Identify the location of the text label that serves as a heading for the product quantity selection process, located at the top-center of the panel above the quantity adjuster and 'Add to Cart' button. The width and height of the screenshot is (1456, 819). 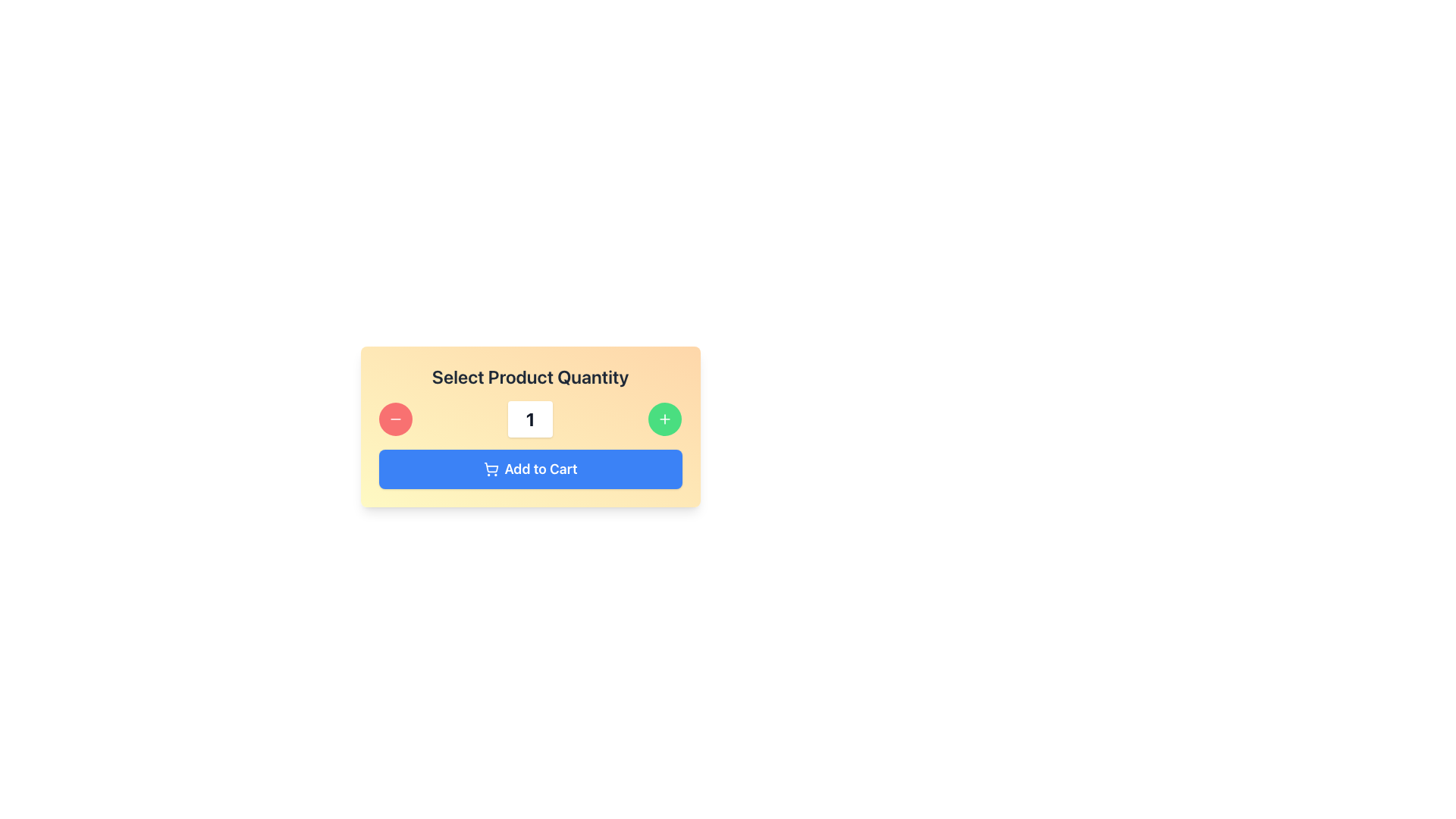
(530, 376).